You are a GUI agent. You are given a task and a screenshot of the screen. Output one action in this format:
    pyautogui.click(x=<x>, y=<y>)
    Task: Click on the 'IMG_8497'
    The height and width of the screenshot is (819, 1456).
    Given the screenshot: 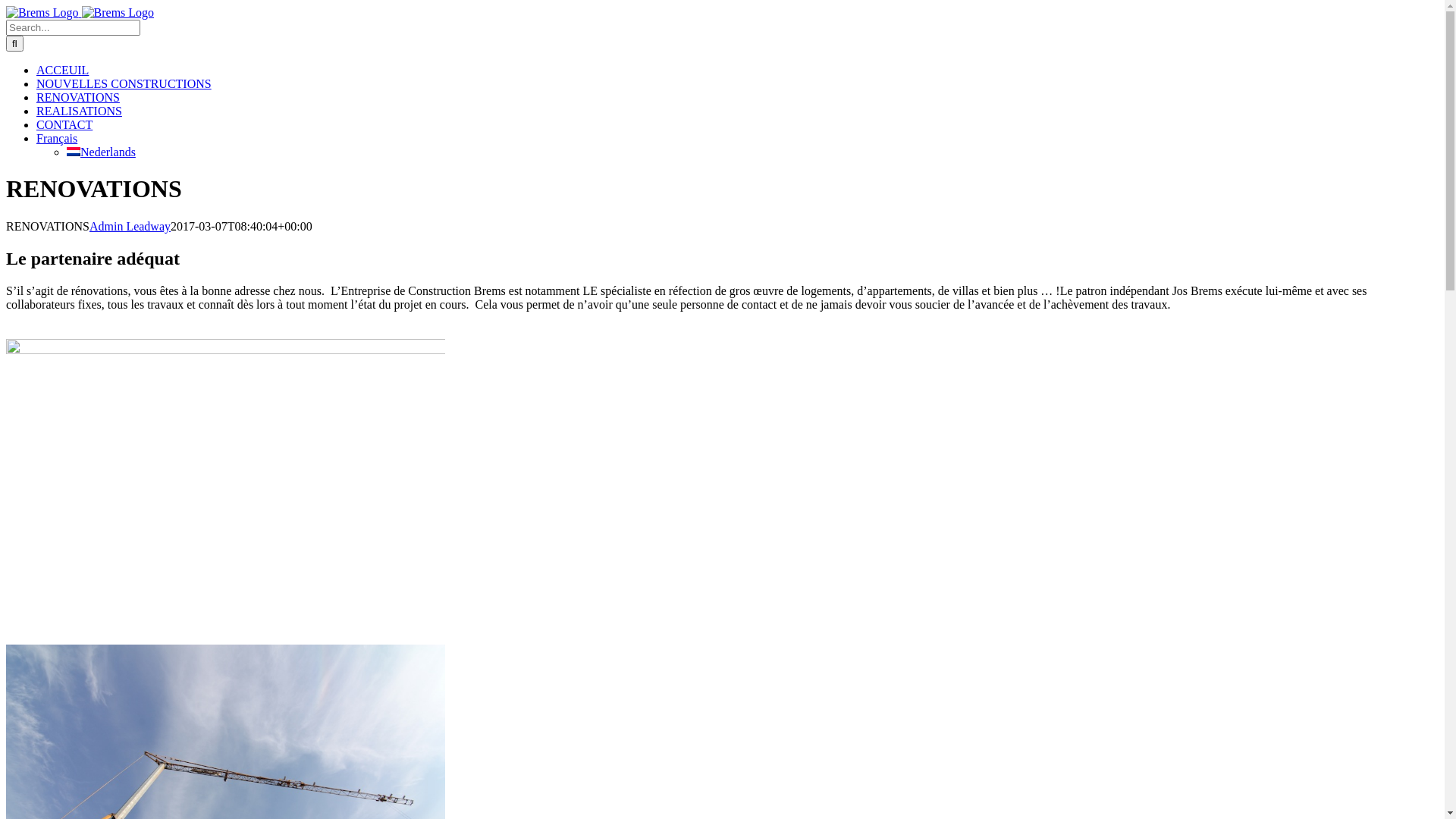 What is the action you would take?
    pyautogui.click(x=224, y=350)
    